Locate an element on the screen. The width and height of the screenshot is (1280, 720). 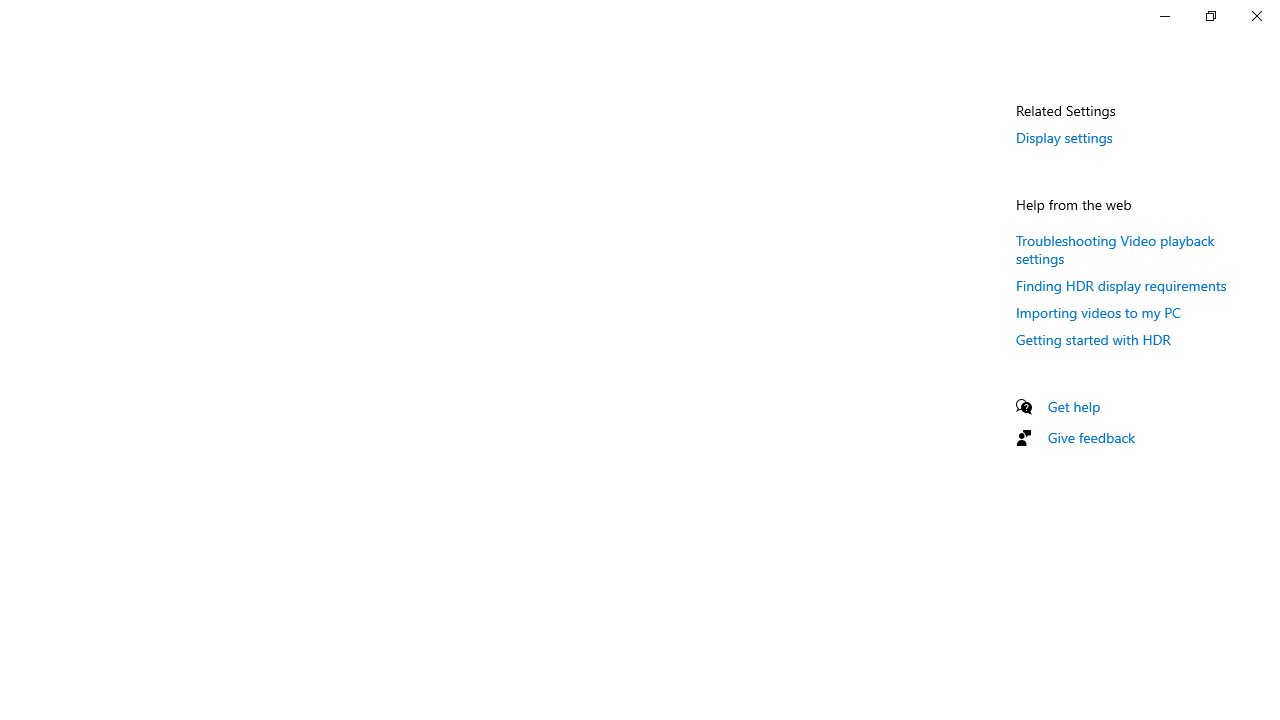
'Get help' is located at coordinates (1073, 405).